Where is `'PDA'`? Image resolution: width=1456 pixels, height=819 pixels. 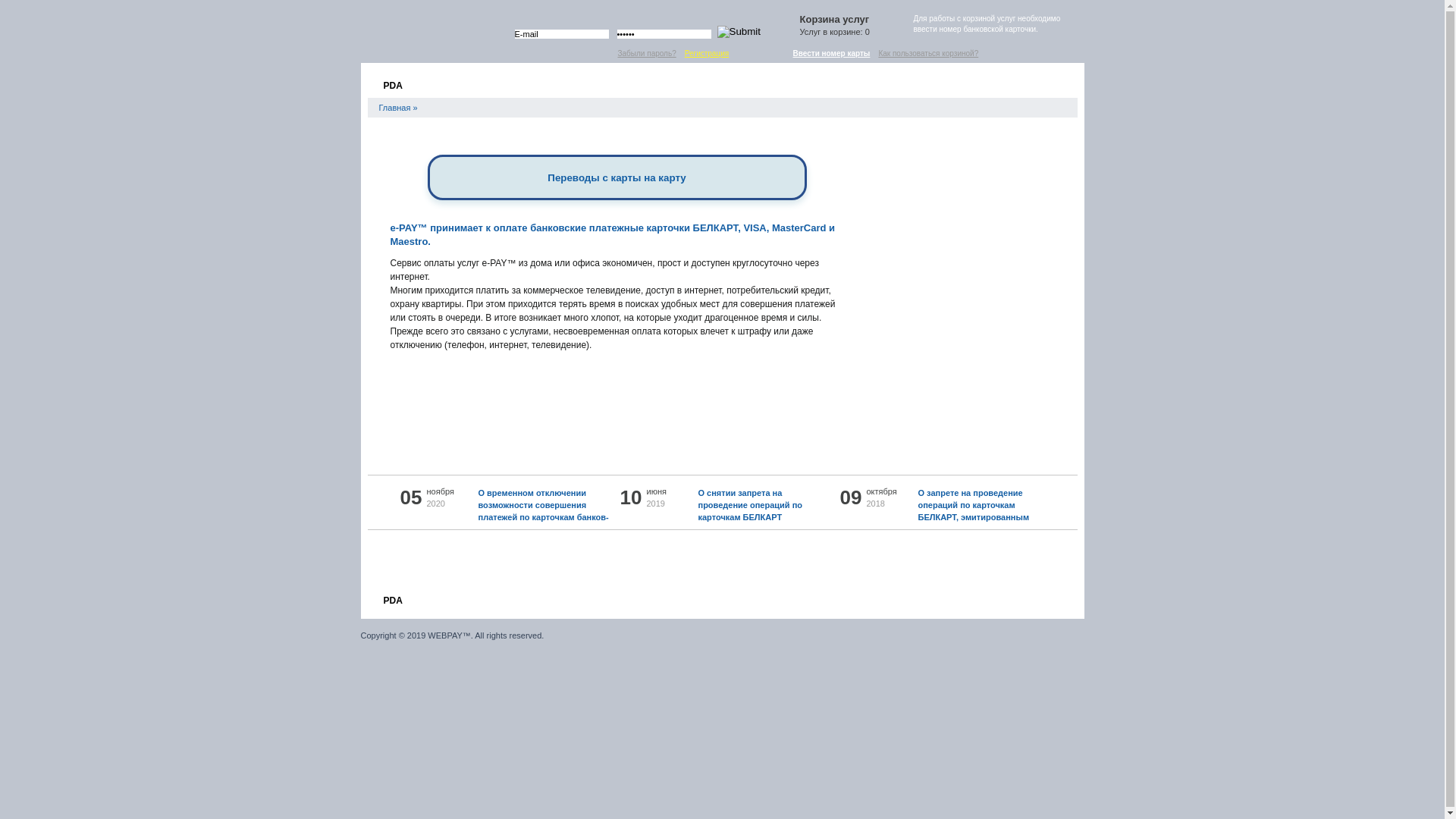 'PDA' is located at coordinates (391, 598).